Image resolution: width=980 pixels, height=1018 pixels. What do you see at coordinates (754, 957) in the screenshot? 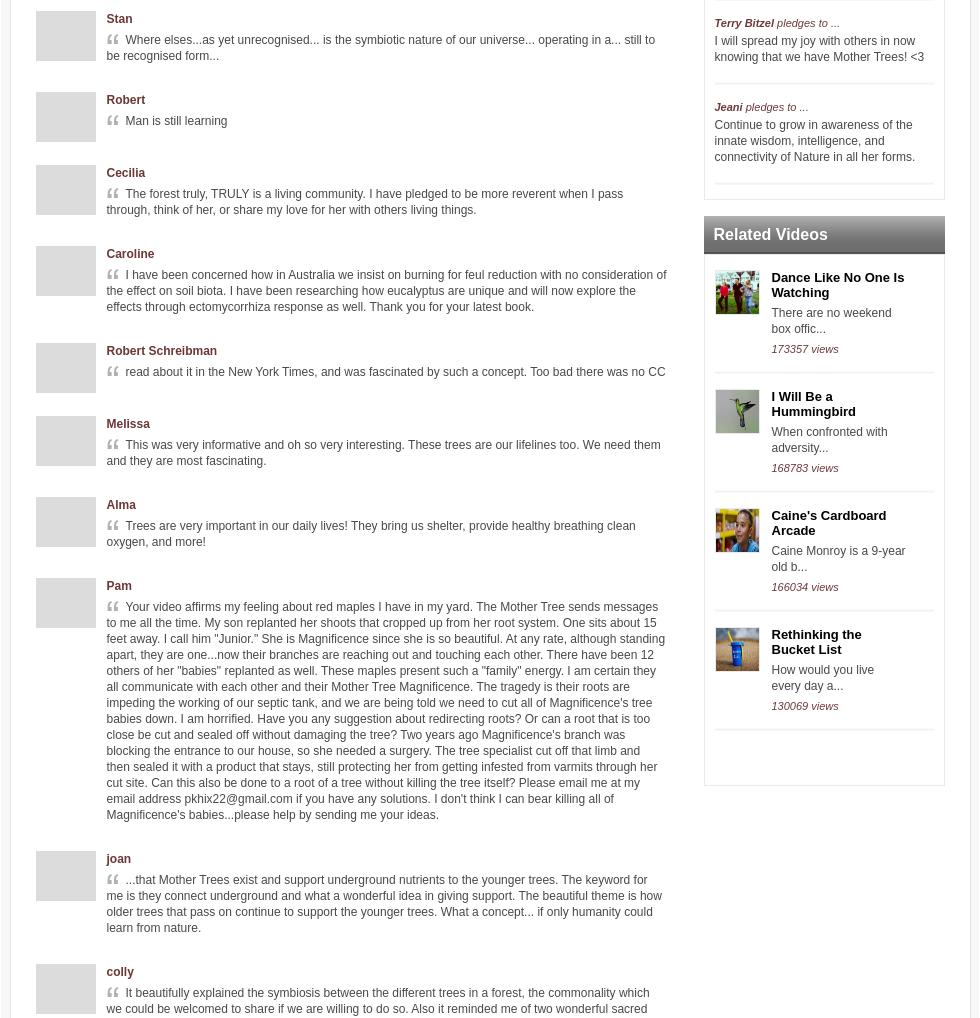
I see `'Kira Alia Leeon'` at bounding box center [754, 957].